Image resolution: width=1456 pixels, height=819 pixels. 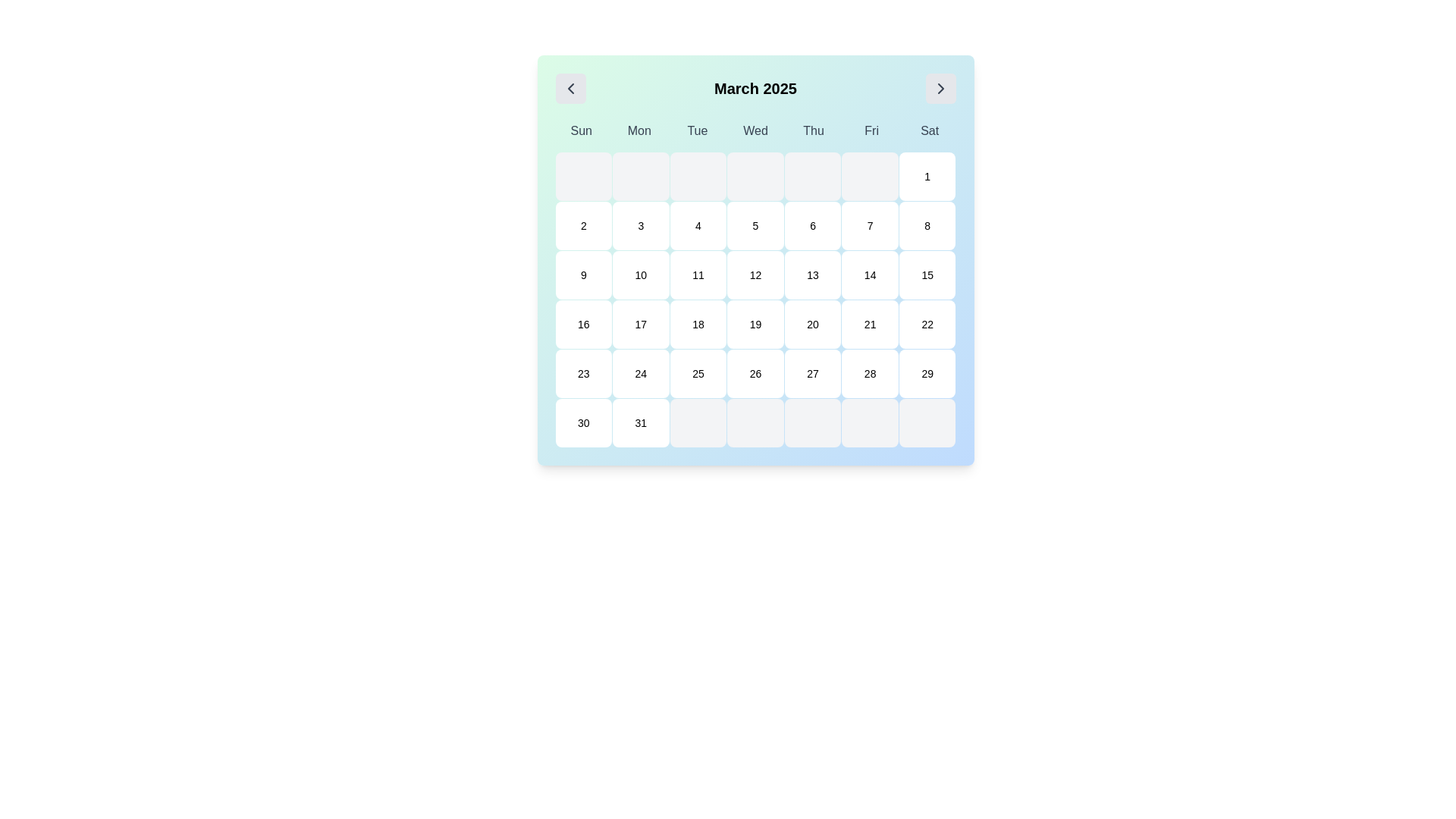 What do you see at coordinates (582, 175) in the screenshot?
I see `the first grid cell in the calendar under the 'Sun' column, which is non-interactive and acts as a placeholder` at bounding box center [582, 175].